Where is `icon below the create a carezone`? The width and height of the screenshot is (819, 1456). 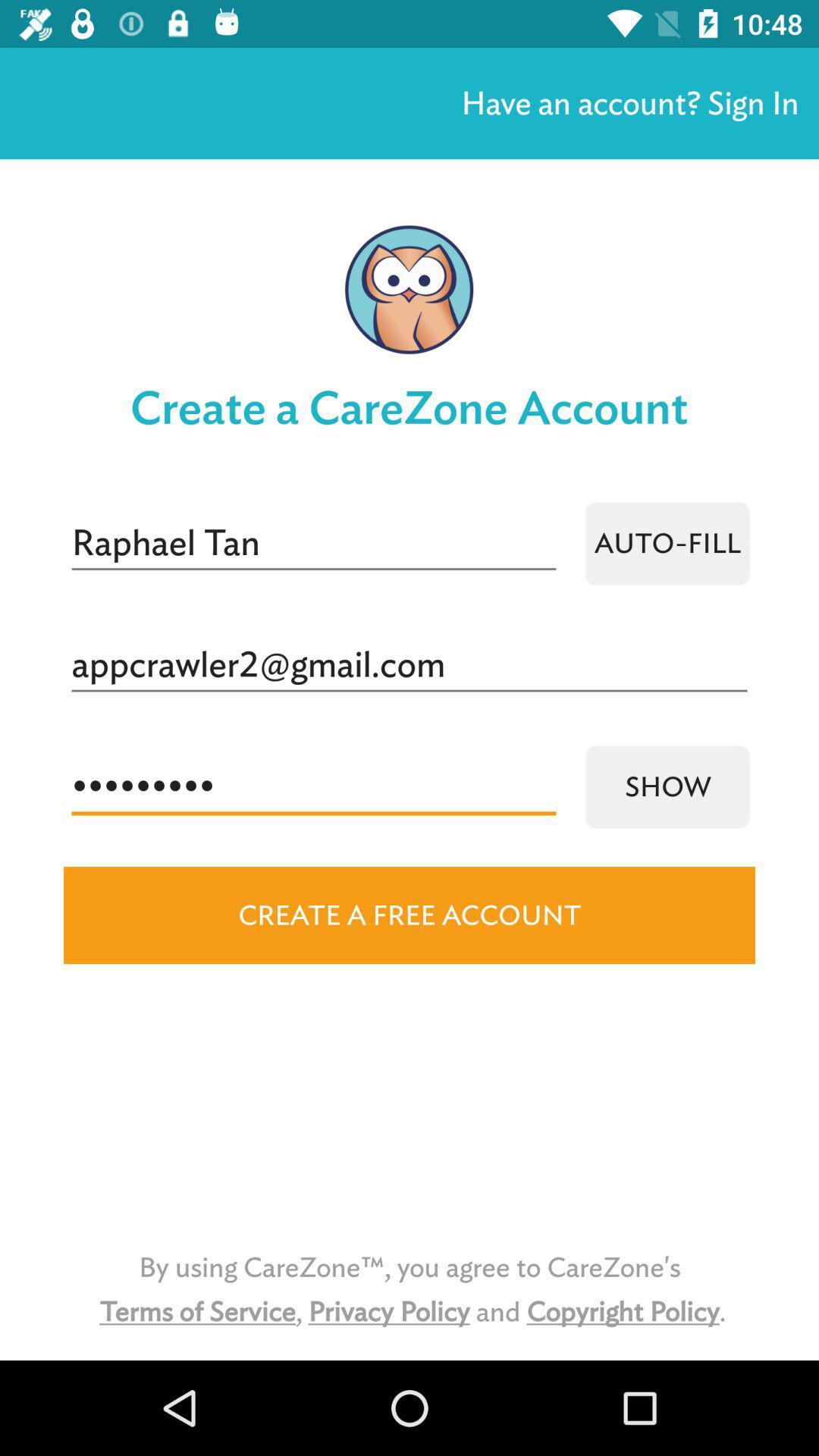 icon below the create a carezone is located at coordinates (312, 543).